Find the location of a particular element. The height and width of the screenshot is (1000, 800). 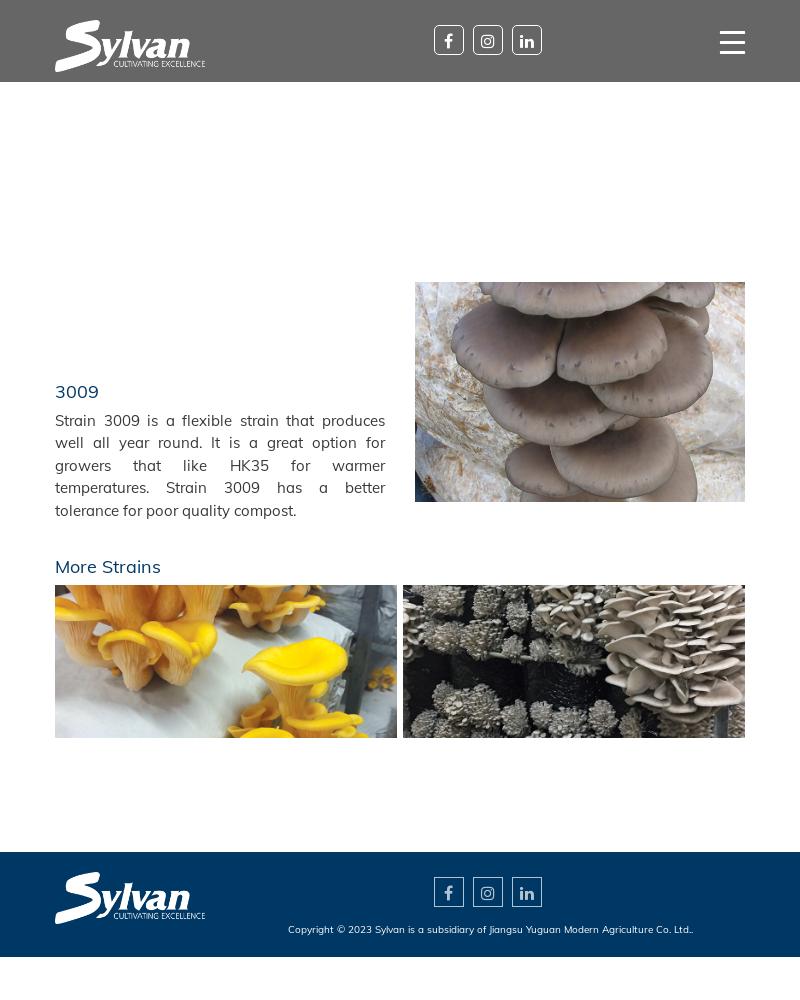

'3009' is located at coordinates (77, 390).